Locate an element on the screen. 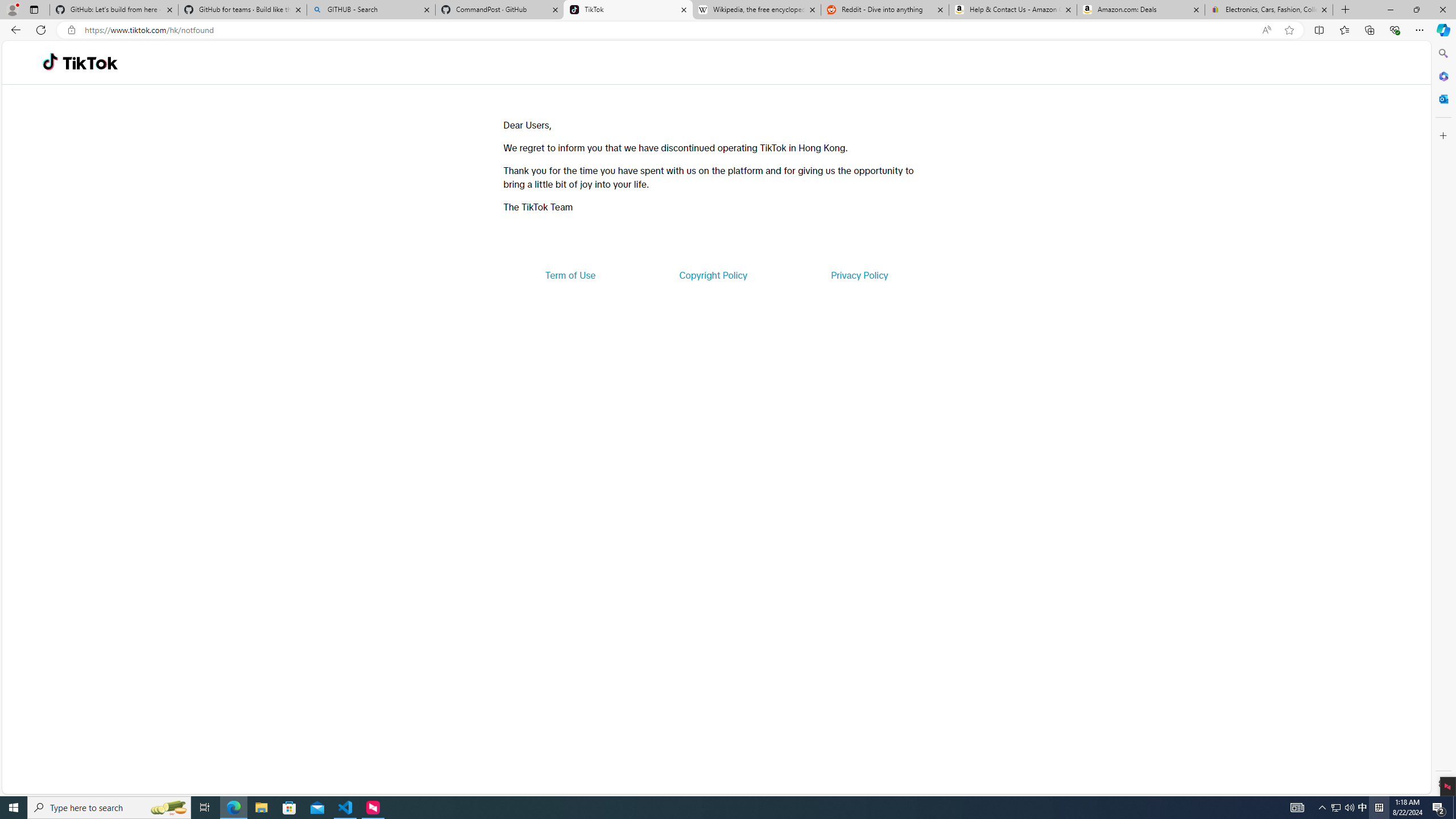 This screenshot has height=819, width=1456. 'Customize' is located at coordinates (1442, 135).